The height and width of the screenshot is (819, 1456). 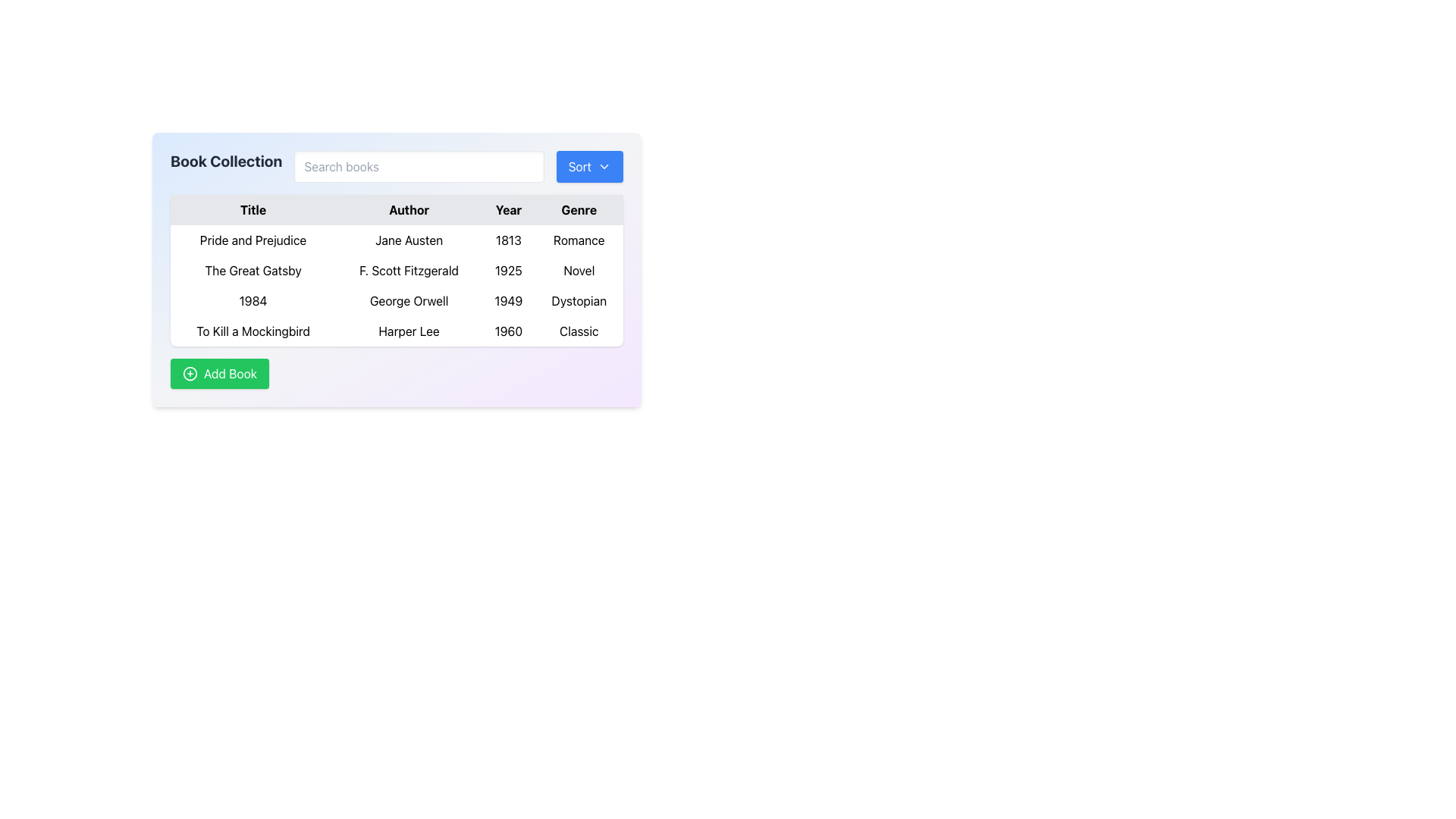 What do you see at coordinates (578, 270) in the screenshot?
I see `the Text Element that indicates the genre of the book 'The Great Gatsby', located in the 'Genre' column of the table, positioned to the right of the 'Year' column (1925)` at bounding box center [578, 270].